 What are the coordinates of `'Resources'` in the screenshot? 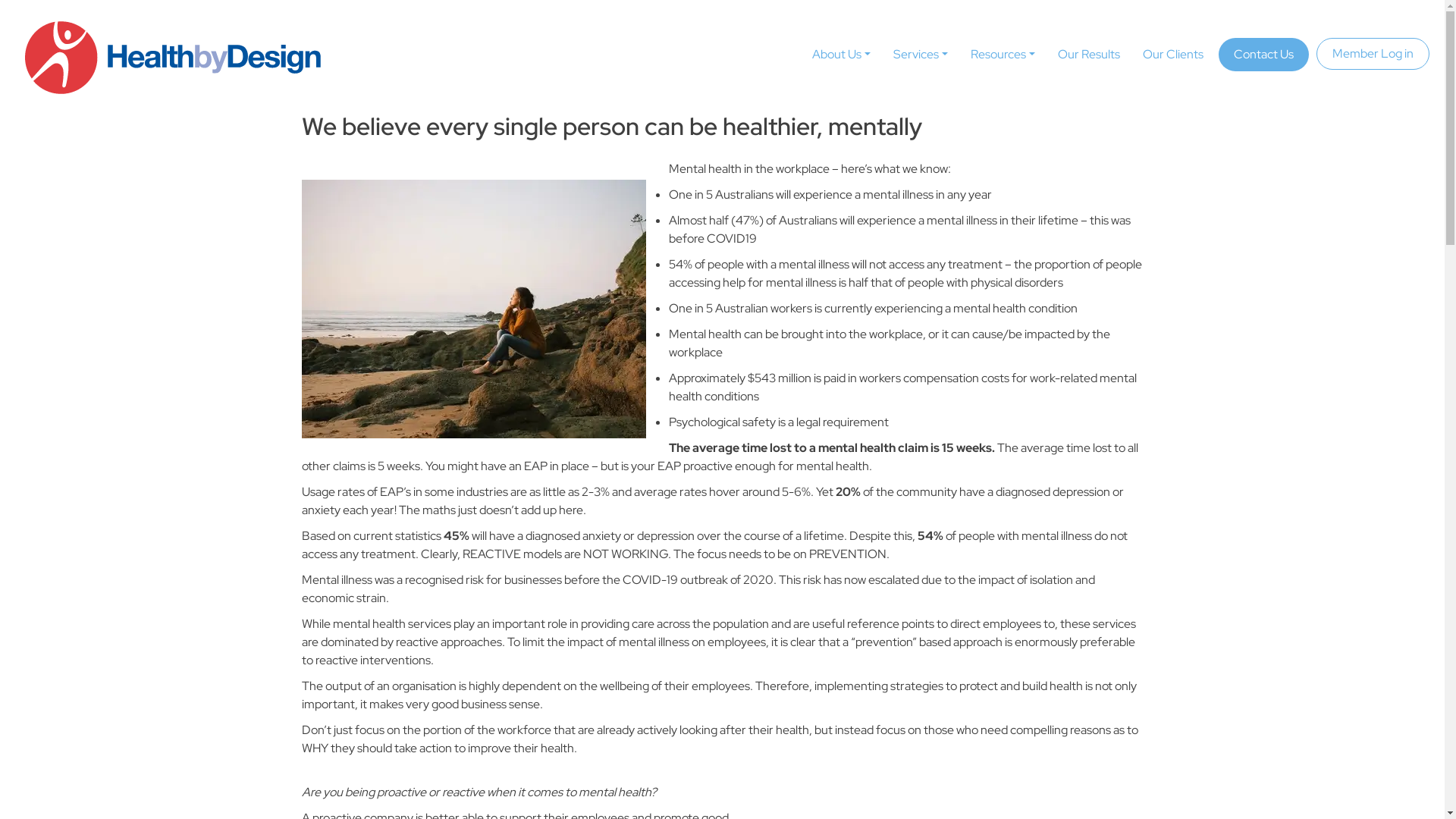 It's located at (1003, 54).